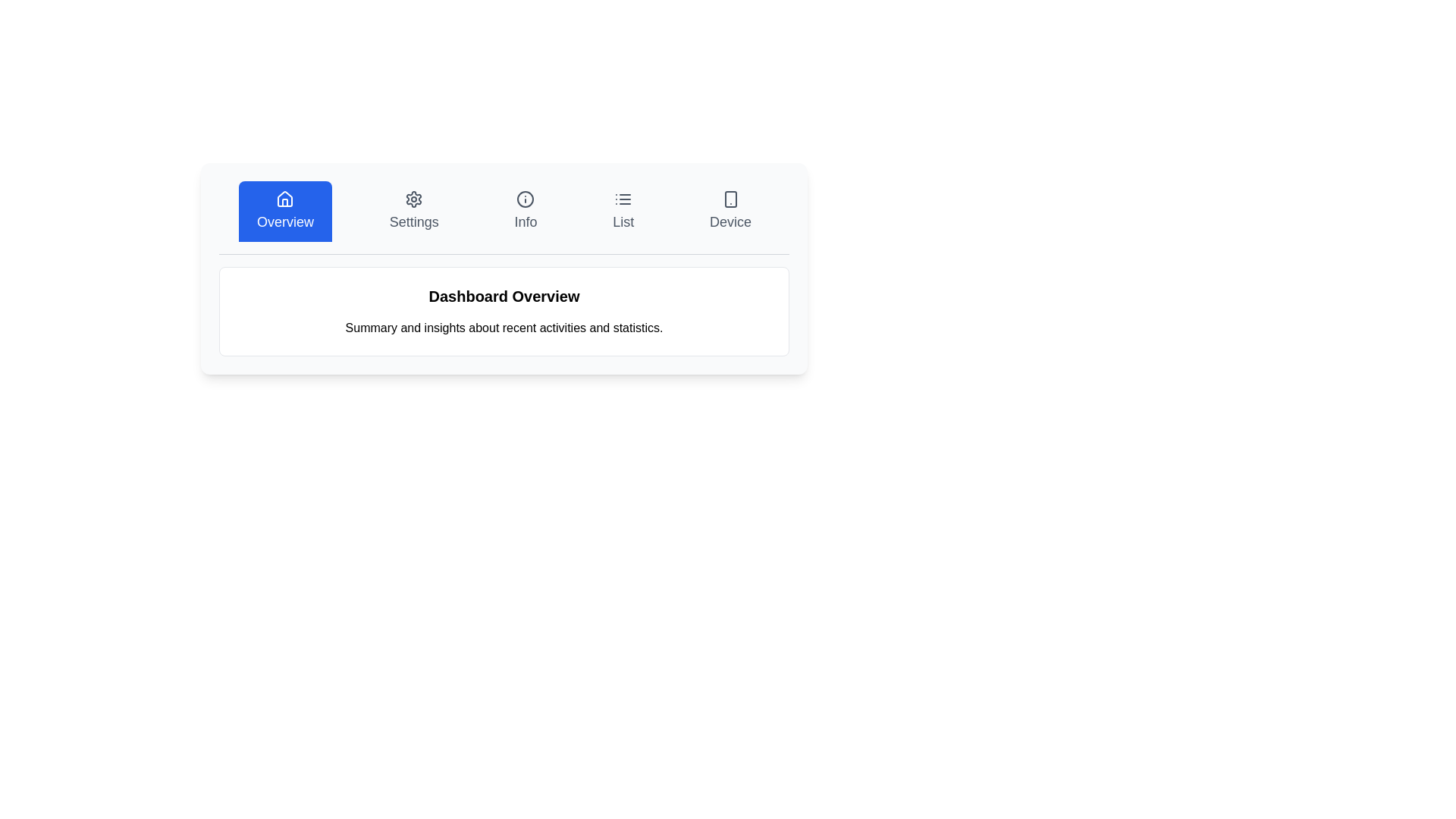  What do you see at coordinates (623, 198) in the screenshot?
I see `the minimalist list icon, which consists of three horizontal lines with rounded edges and three dots on the left side of each line, located above the 'List' text in the navigation tab interface` at bounding box center [623, 198].